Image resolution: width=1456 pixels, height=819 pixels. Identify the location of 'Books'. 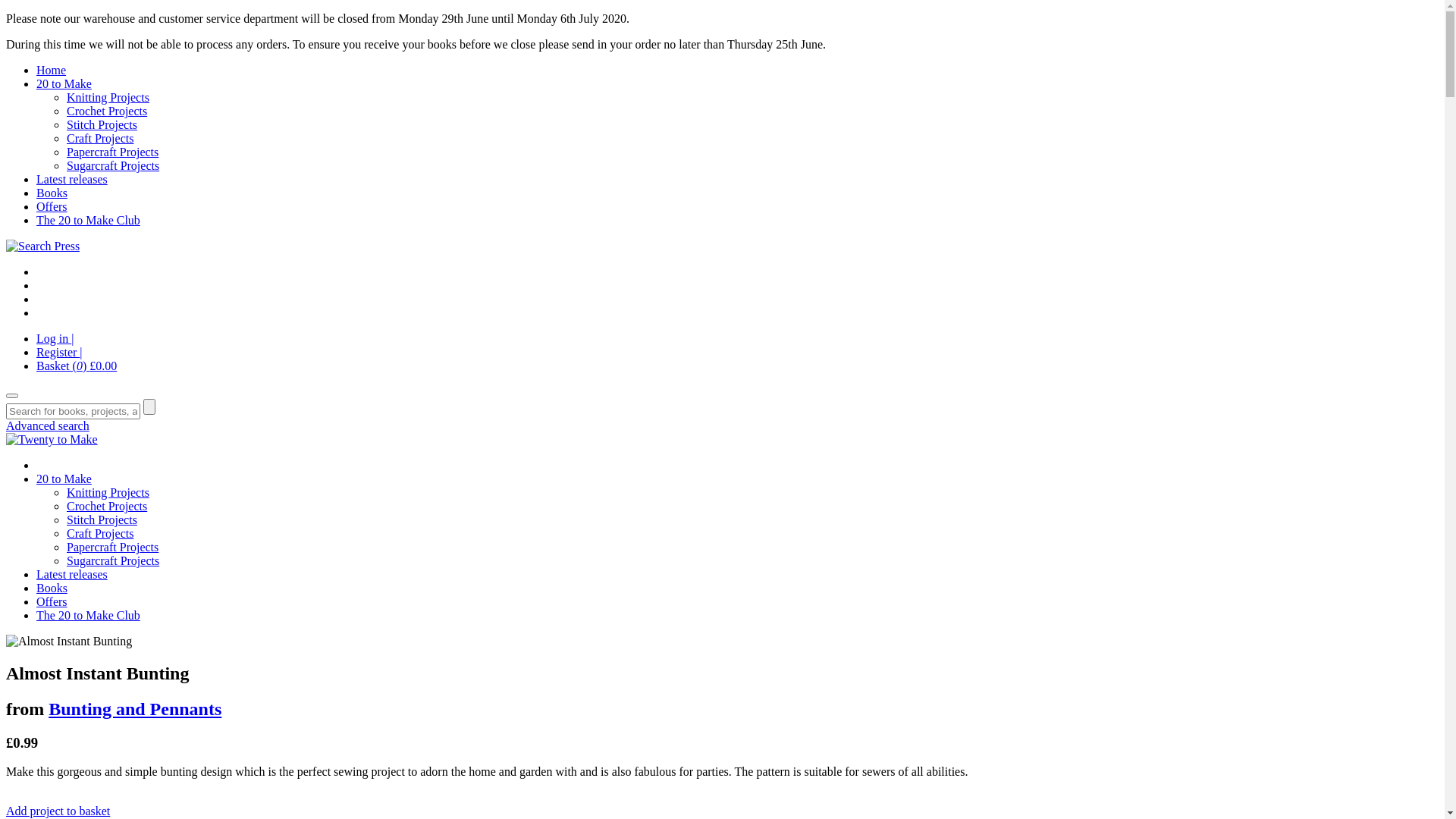
(52, 587).